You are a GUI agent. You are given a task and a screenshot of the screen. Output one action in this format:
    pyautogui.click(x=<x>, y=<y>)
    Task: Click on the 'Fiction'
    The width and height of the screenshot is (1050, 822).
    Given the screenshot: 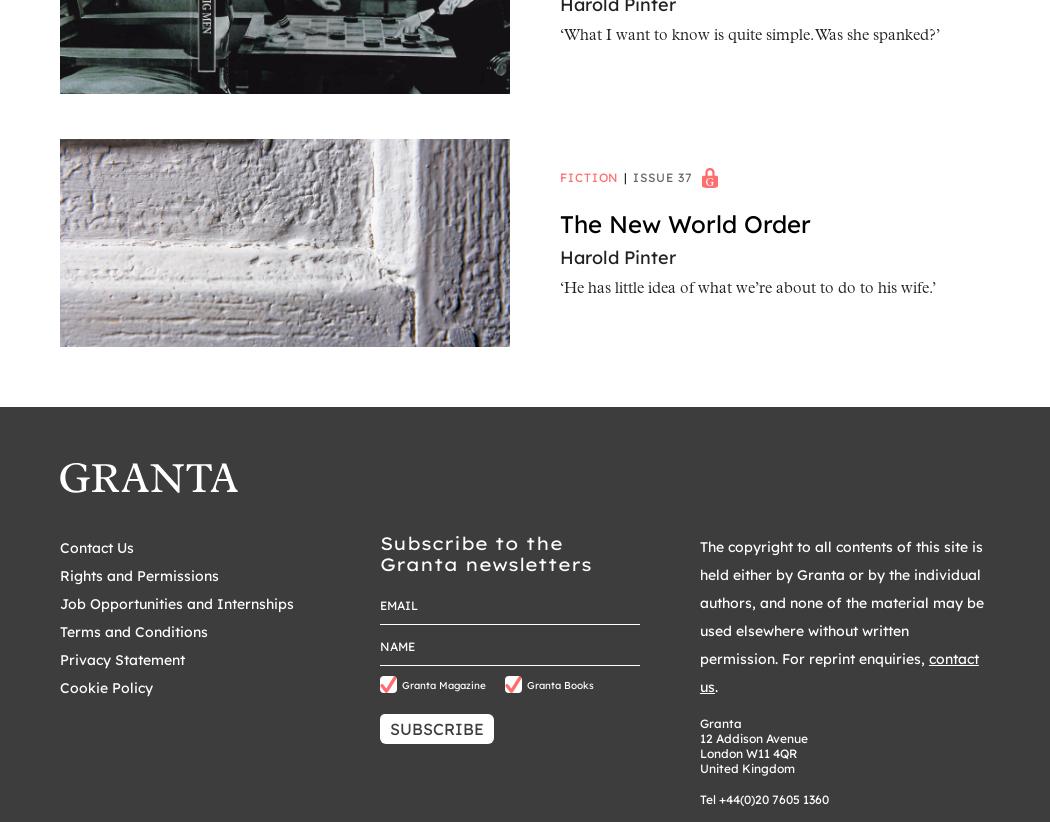 What is the action you would take?
    pyautogui.click(x=559, y=175)
    